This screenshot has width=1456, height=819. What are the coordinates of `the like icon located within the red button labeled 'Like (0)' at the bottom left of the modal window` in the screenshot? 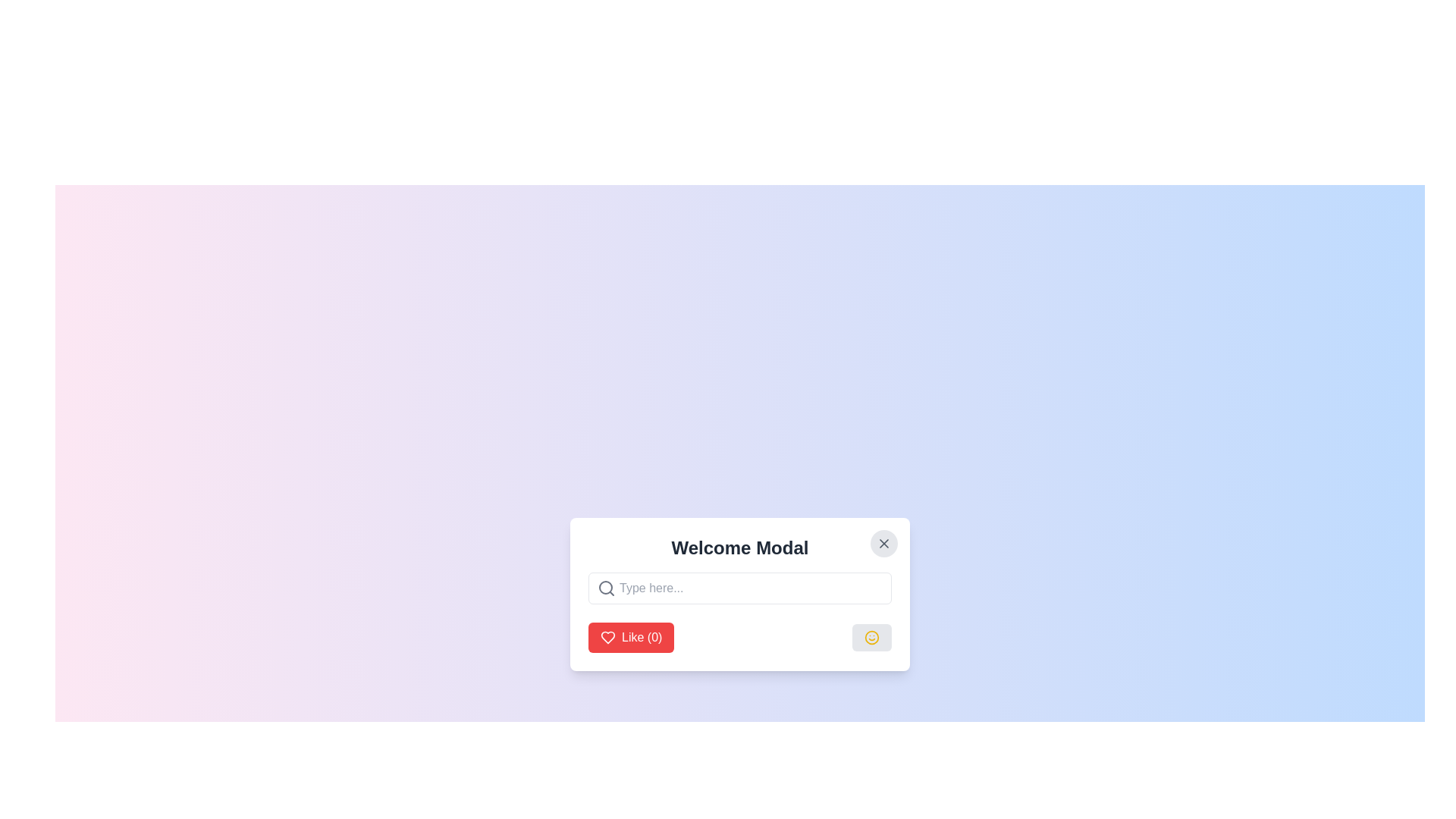 It's located at (607, 637).